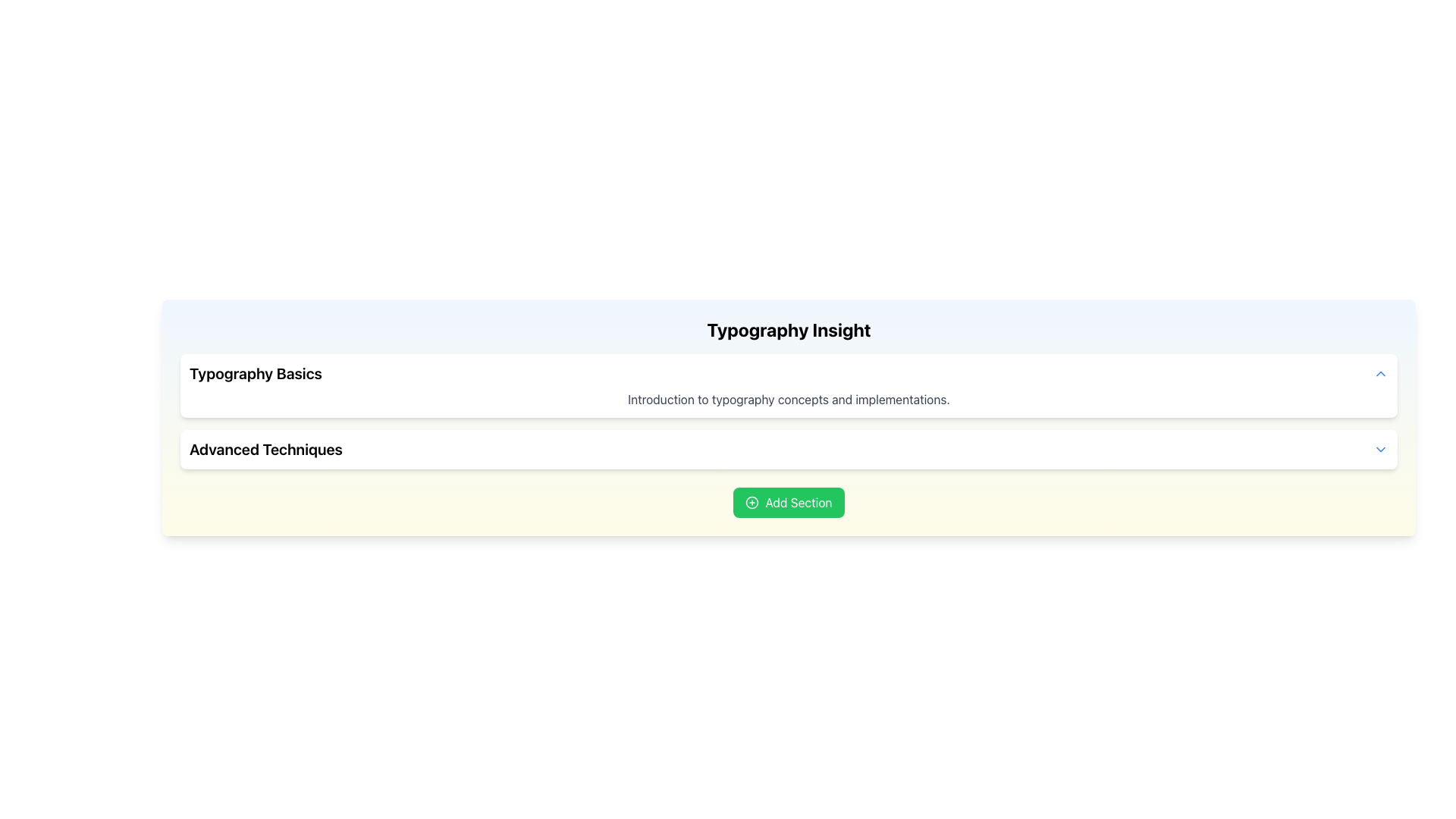 This screenshot has width=1456, height=819. What do you see at coordinates (789, 329) in the screenshot?
I see `the static text element reading 'Typography Insight', which is displayed prominently in a bold and large font within a light gradient background header` at bounding box center [789, 329].